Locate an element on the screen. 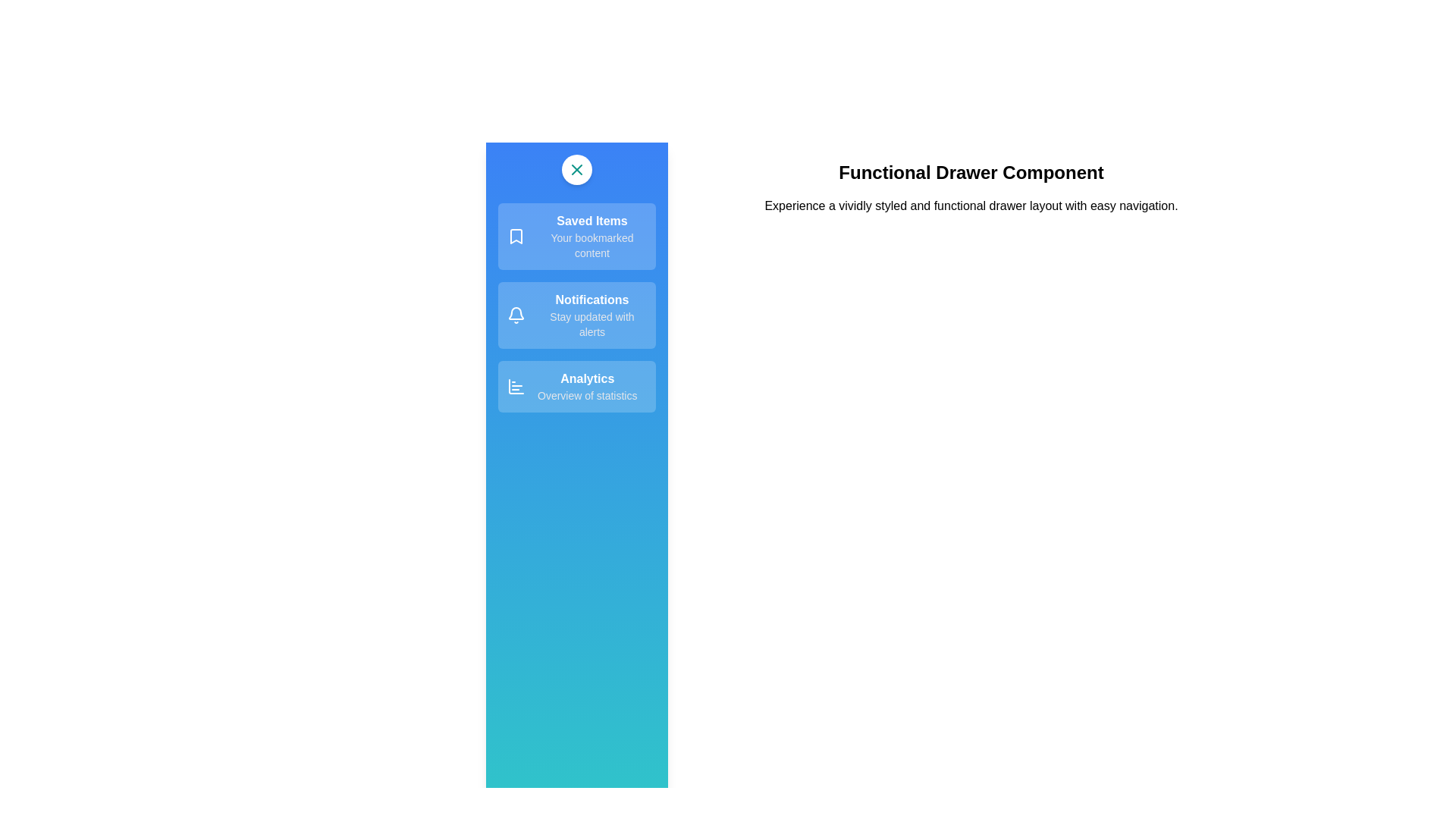  the 'Saved Items' section to select it is located at coordinates (576, 237).